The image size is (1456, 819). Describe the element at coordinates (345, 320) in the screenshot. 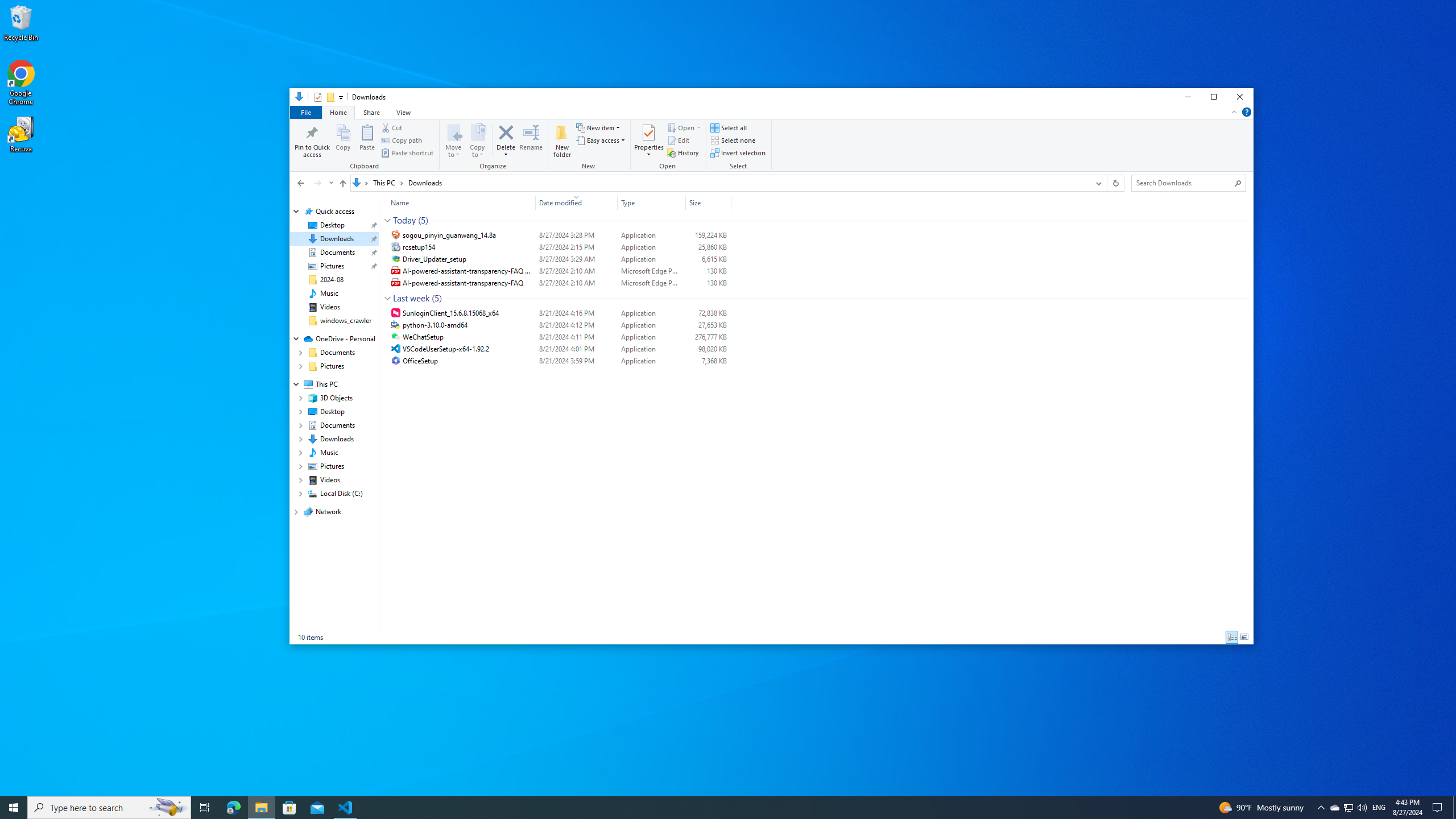

I see `'windows_crawler'` at that location.